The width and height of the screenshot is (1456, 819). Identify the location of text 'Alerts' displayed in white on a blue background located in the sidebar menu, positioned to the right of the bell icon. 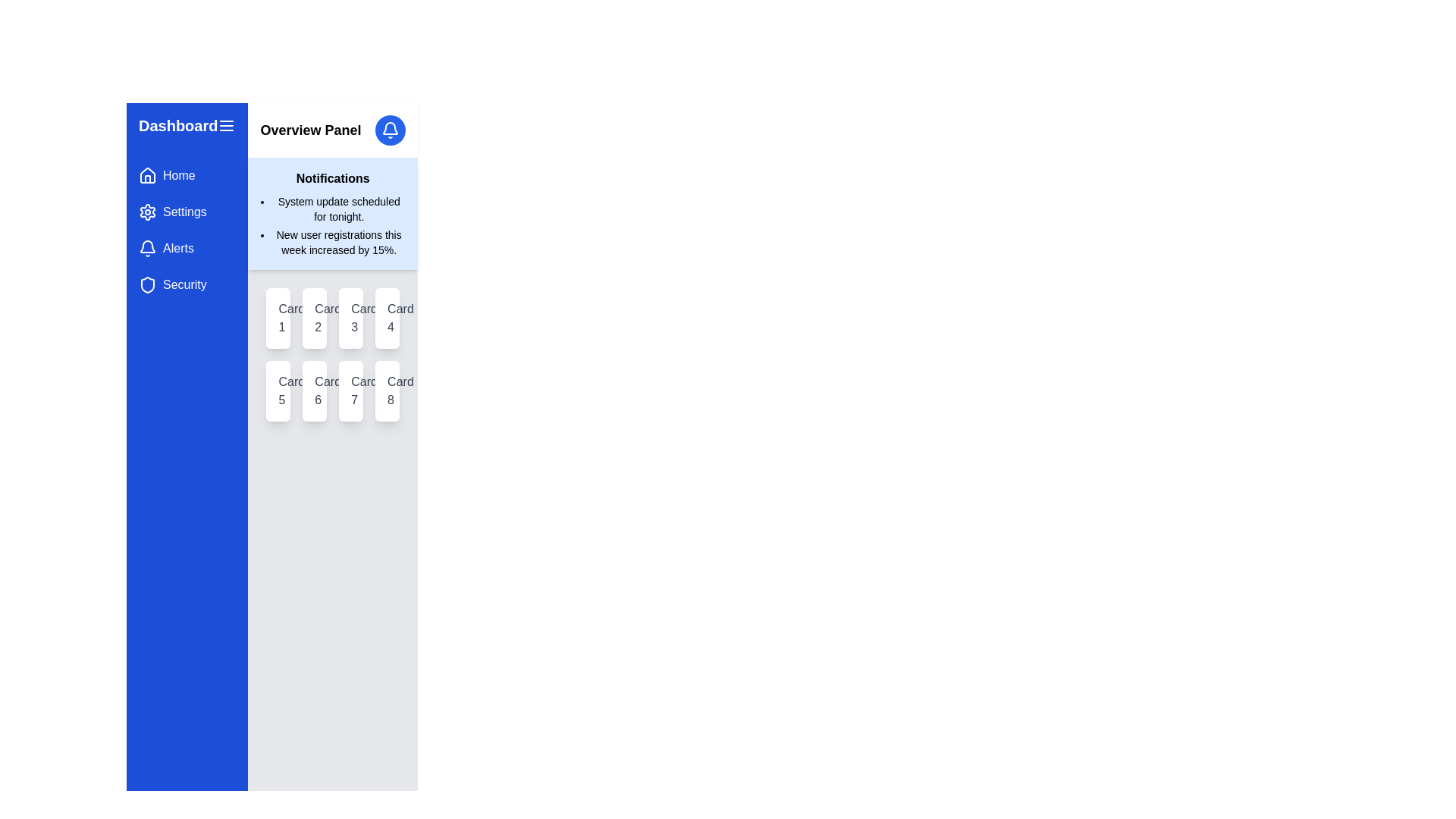
(178, 247).